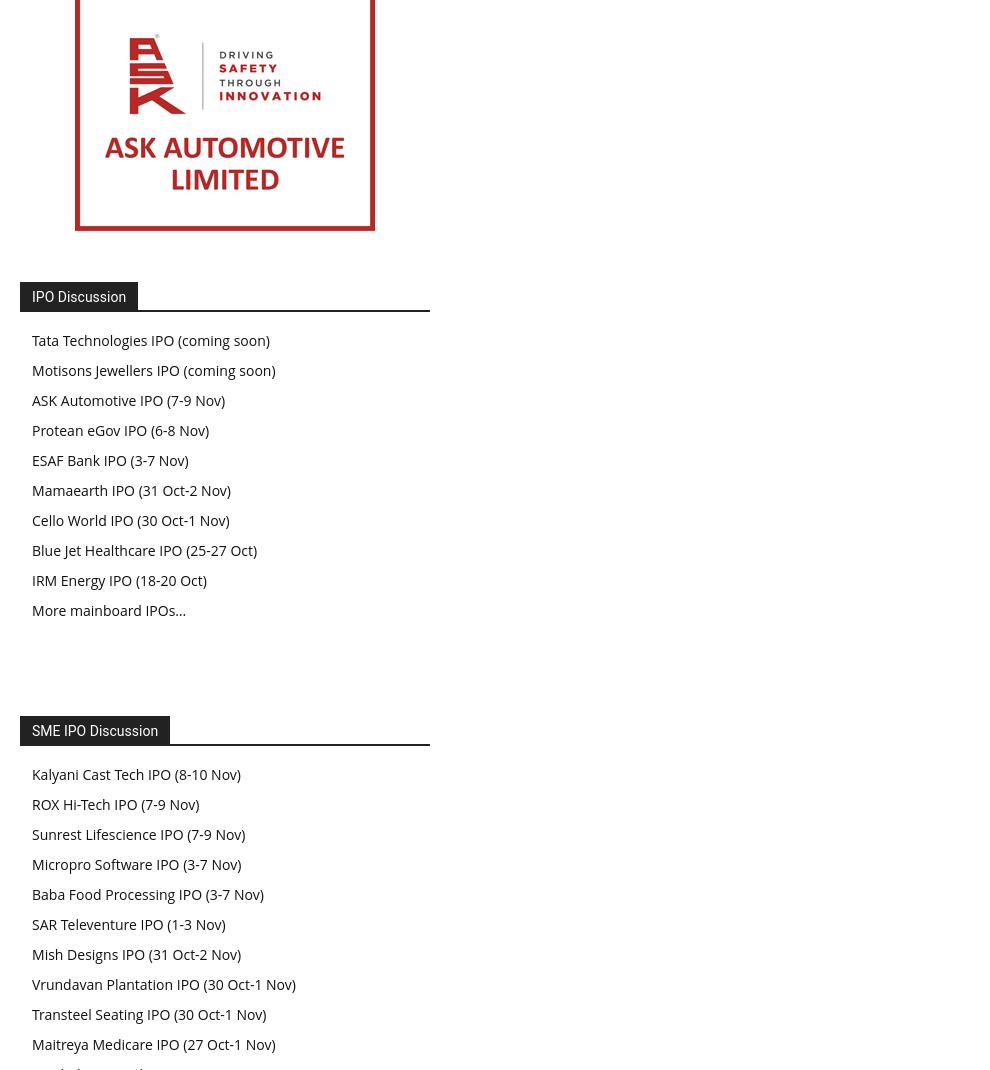  I want to click on 'Baba Food Processing IPO (3-7 Nov)', so click(146, 892).